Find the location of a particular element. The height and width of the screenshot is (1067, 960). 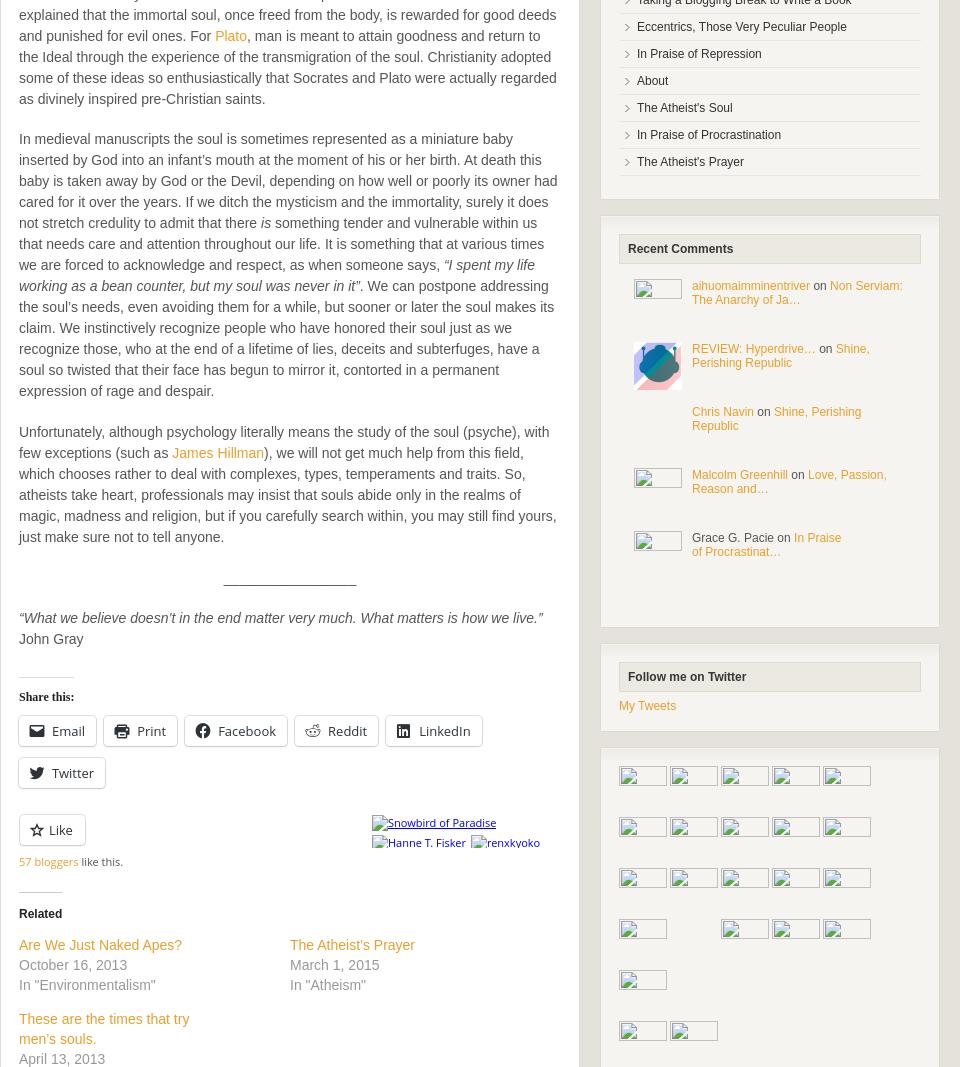

'is' is located at coordinates (265, 223).